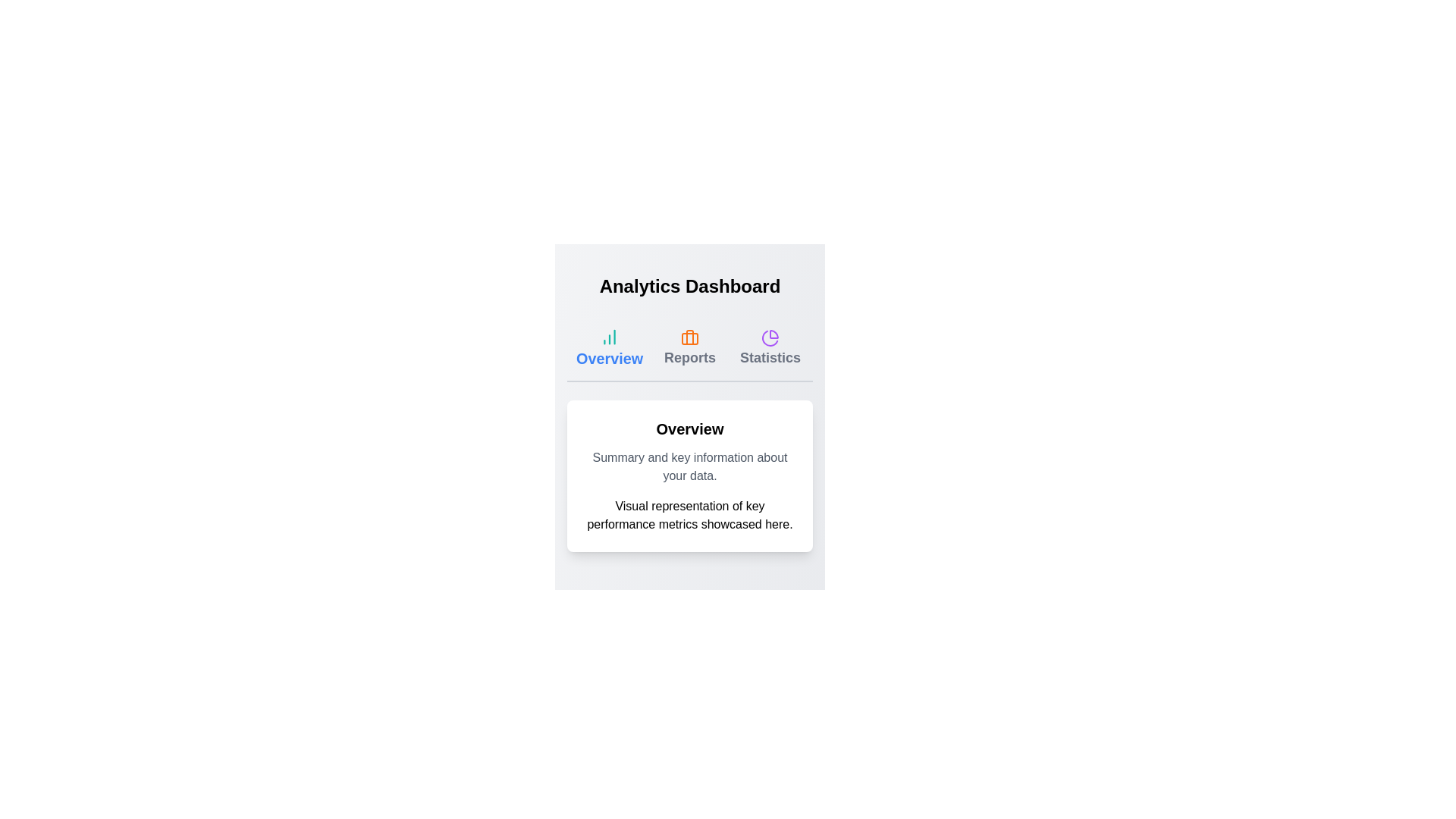 Image resolution: width=1456 pixels, height=819 pixels. I want to click on the Statistics tab, so click(770, 348).